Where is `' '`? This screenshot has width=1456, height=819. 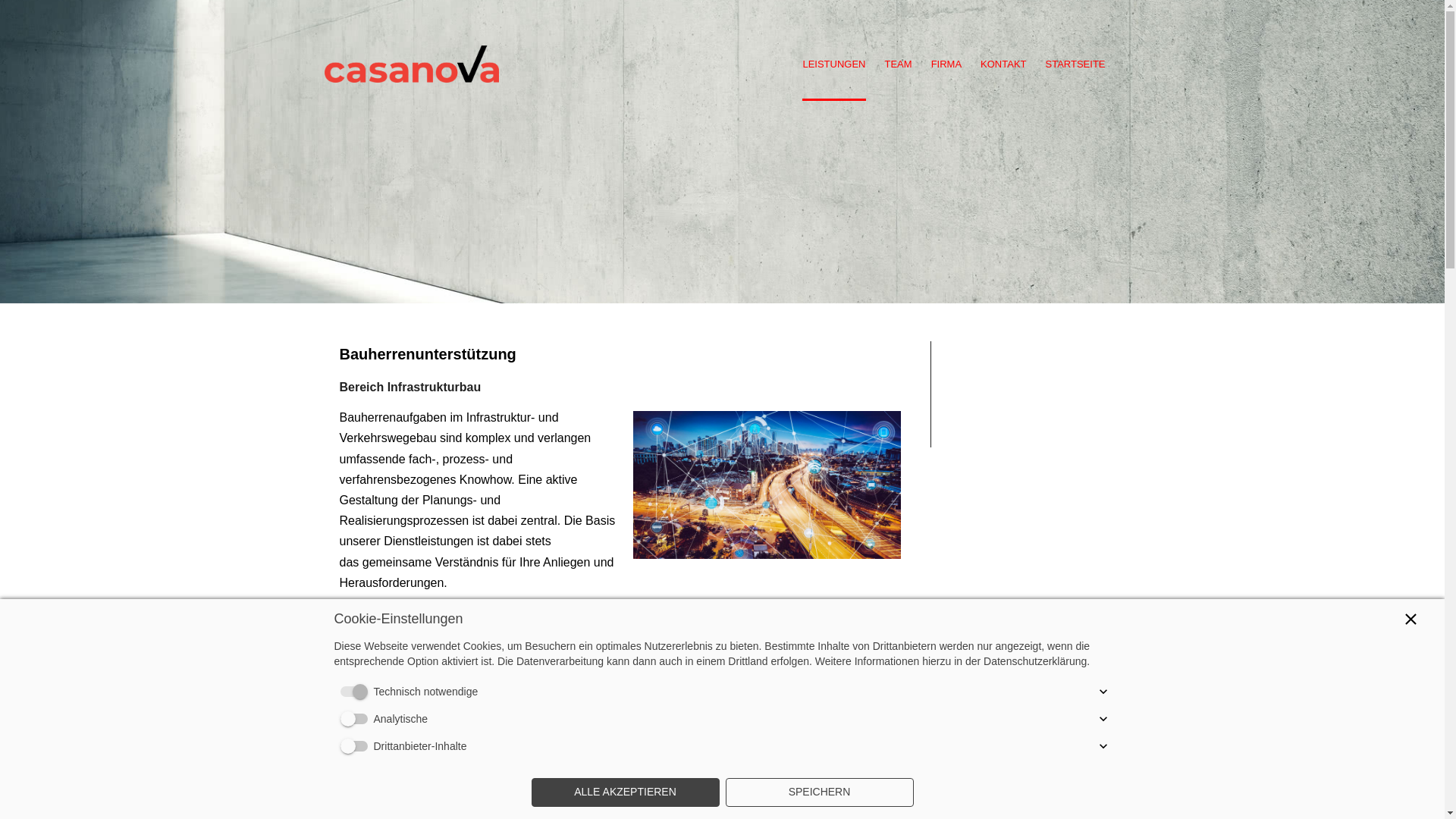 ' ' is located at coordinates (411, 37).